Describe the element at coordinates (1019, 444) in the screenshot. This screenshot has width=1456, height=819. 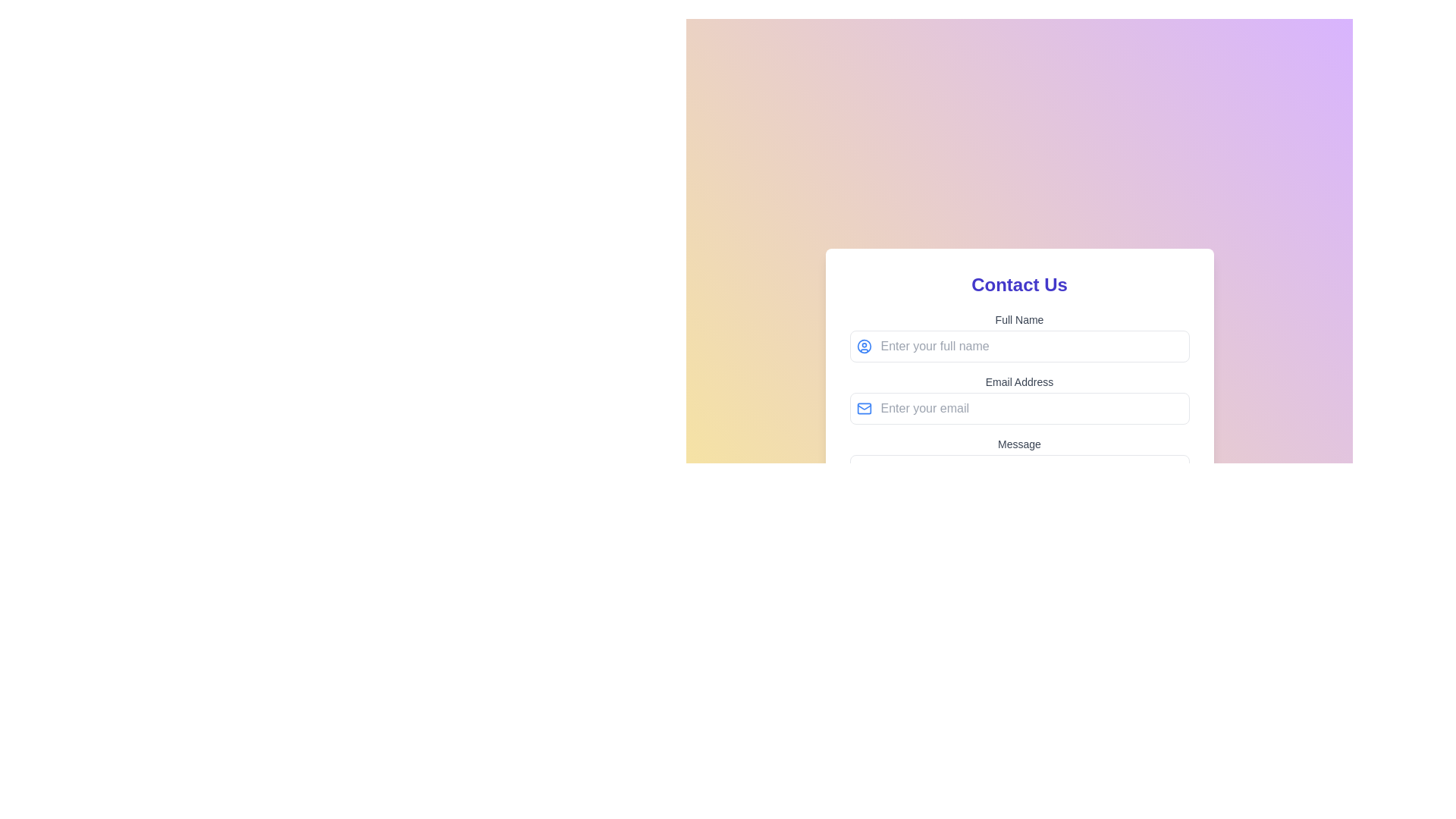
I see `the text label that provides clarity and guidance for the message input area, located just above the 'Message' text input box` at that location.